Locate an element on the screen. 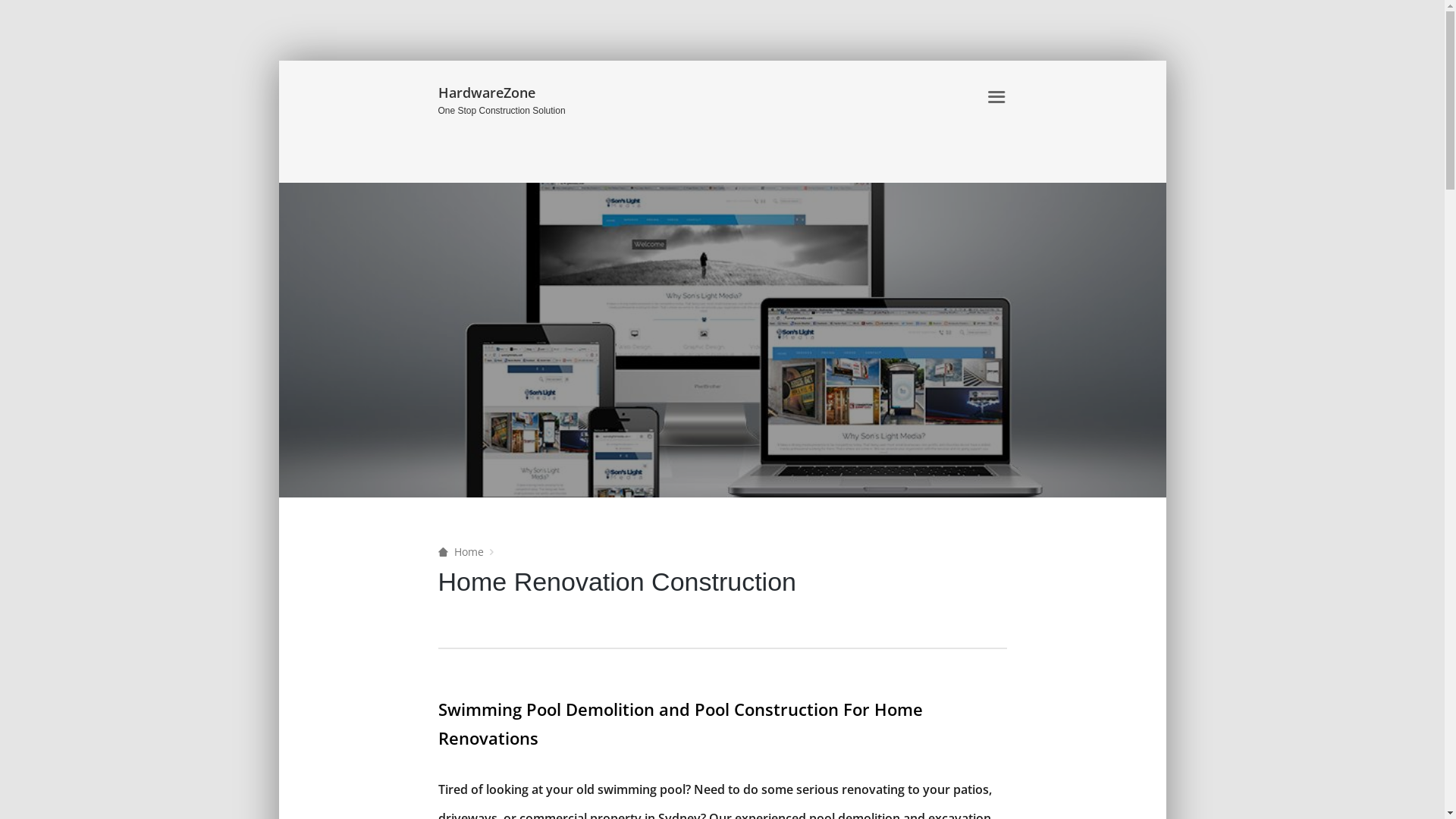 The image size is (1456, 819). 'Home' is located at coordinates (460, 551).